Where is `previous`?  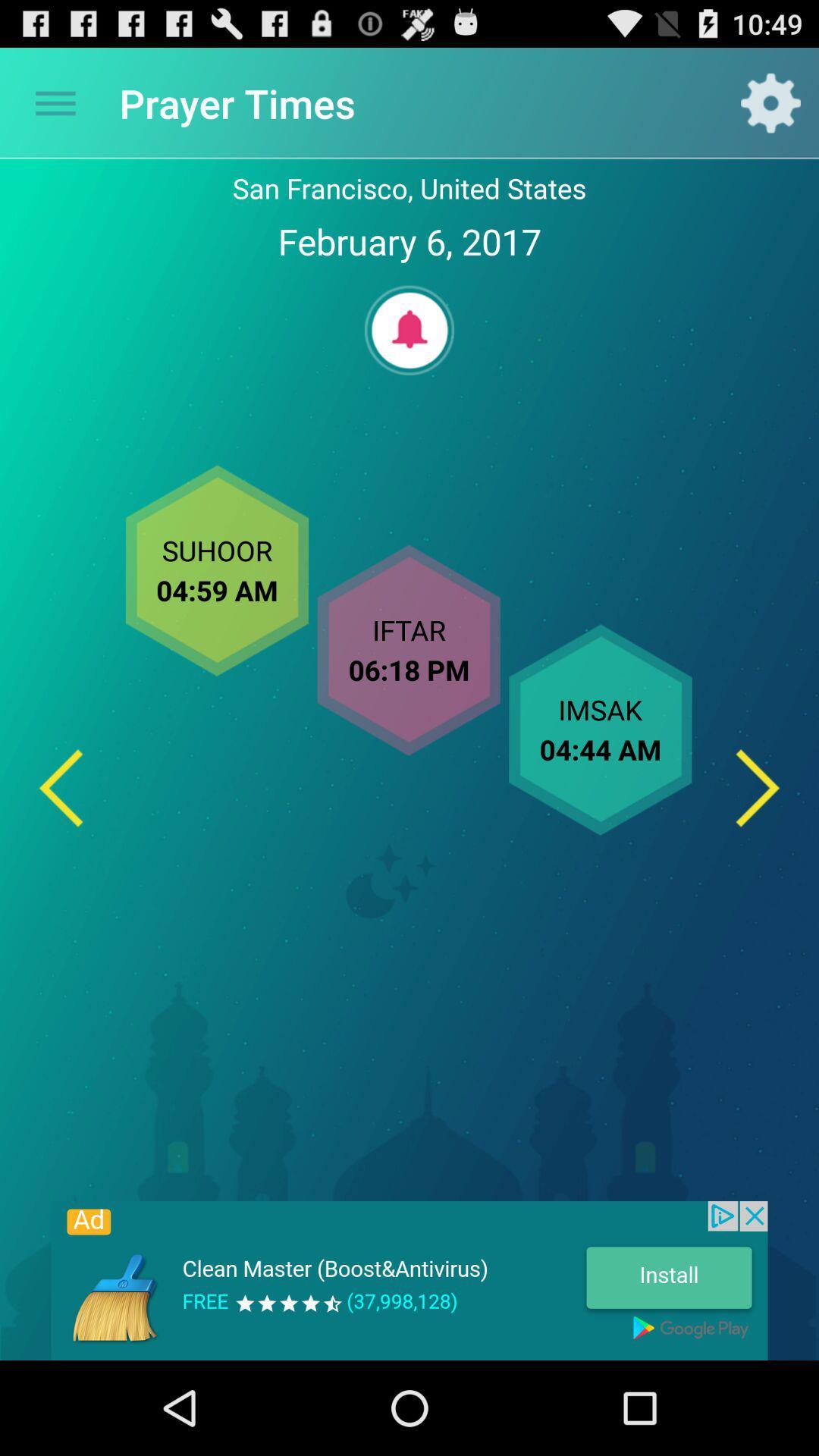
previous is located at coordinates (60, 788).